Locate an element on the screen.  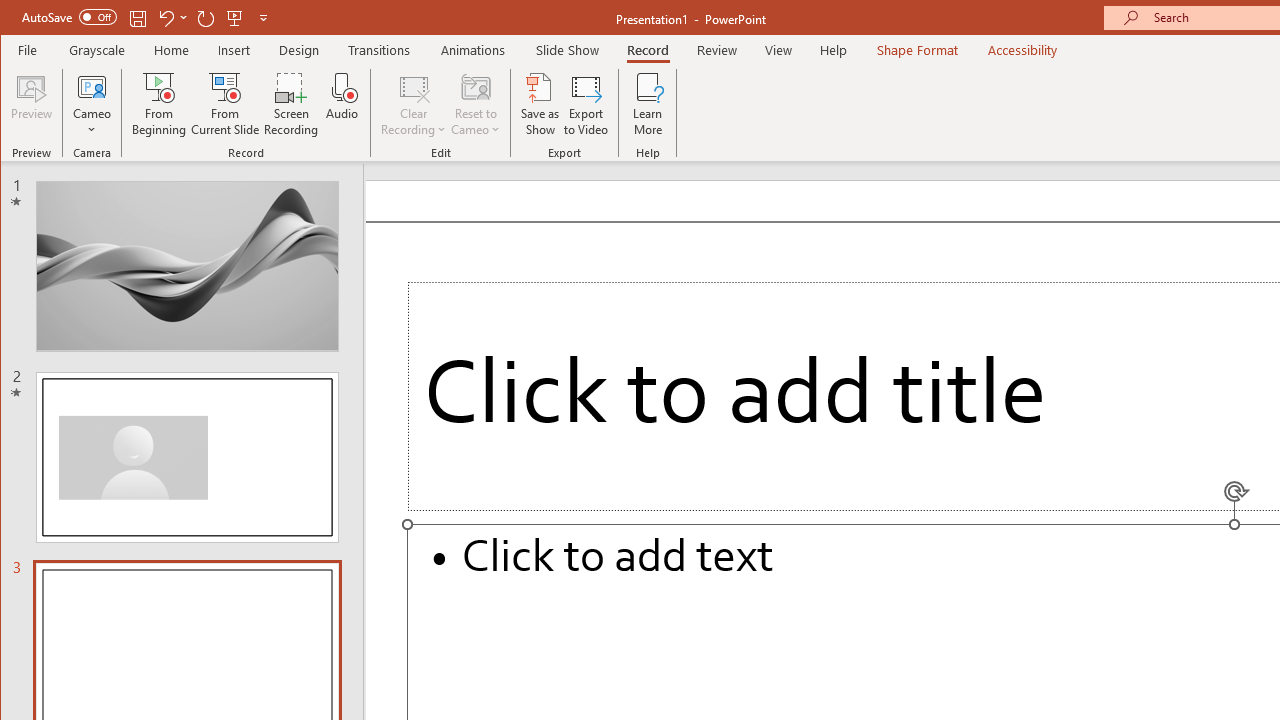
'Grayscale' is located at coordinates (96, 49).